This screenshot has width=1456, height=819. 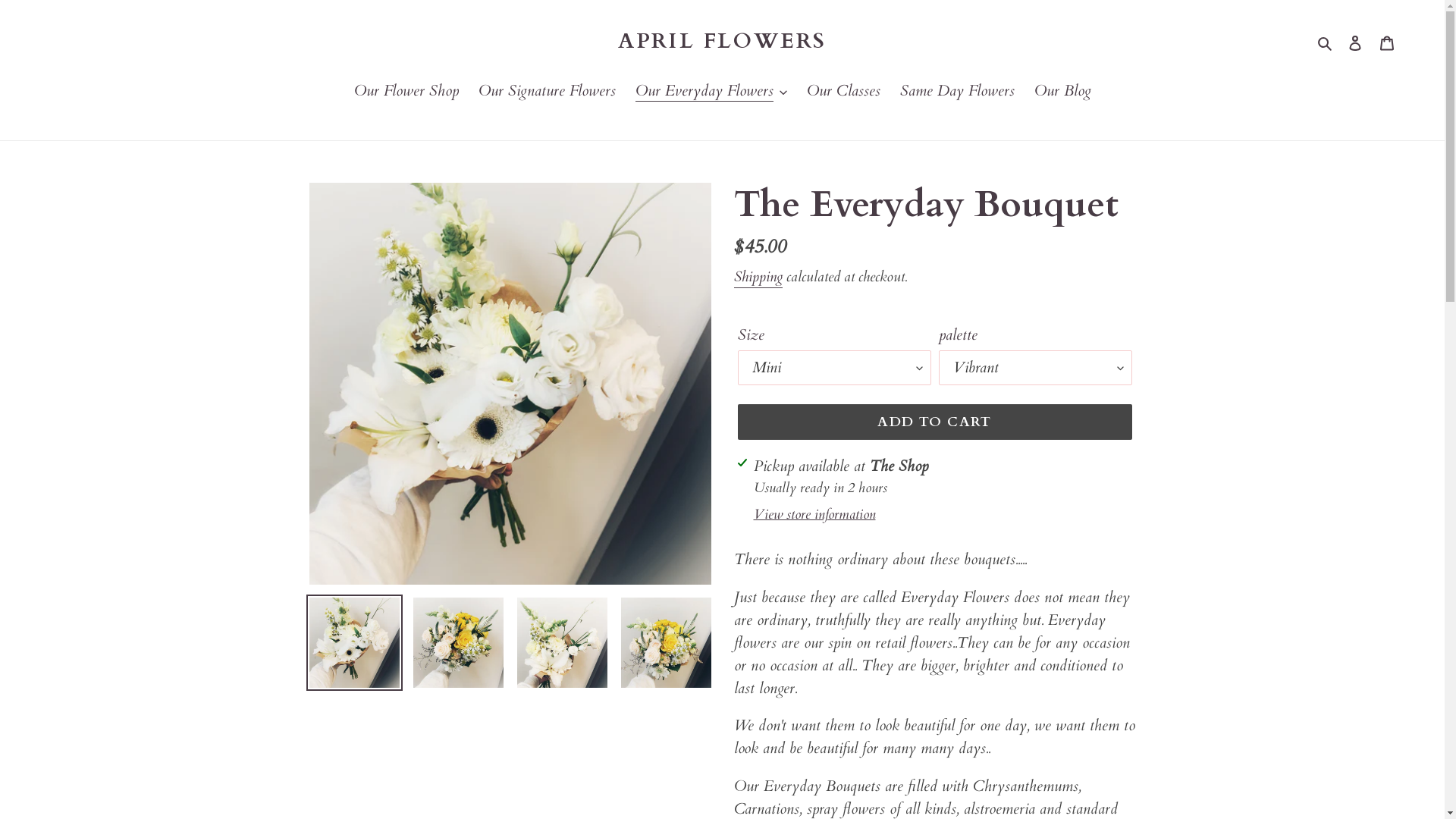 I want to click on 'Same Day Flowers', so click(x=955, y=92).